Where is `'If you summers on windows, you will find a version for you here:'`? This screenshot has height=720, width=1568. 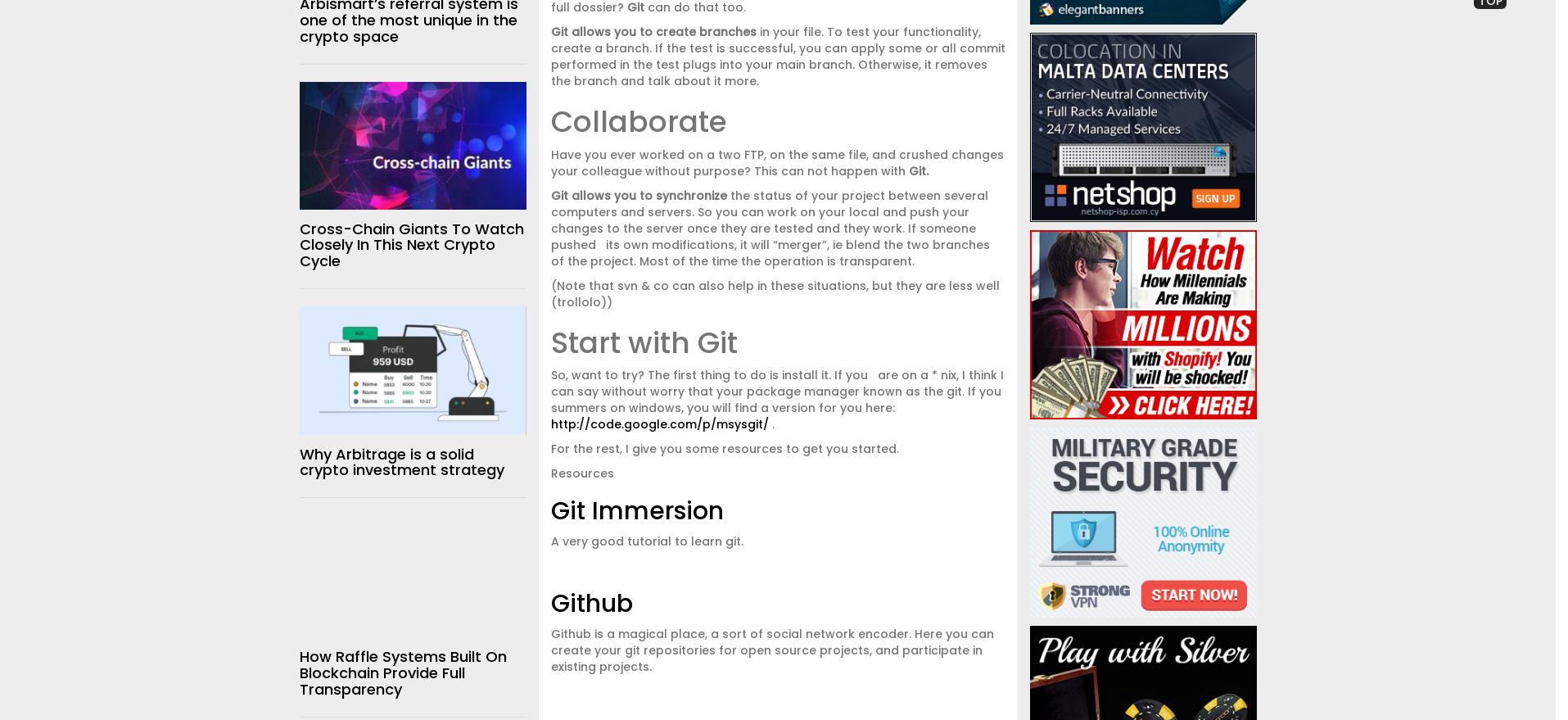 'If you summers on windows, you will find a version for you here:' is located at coordinates (774, 399).